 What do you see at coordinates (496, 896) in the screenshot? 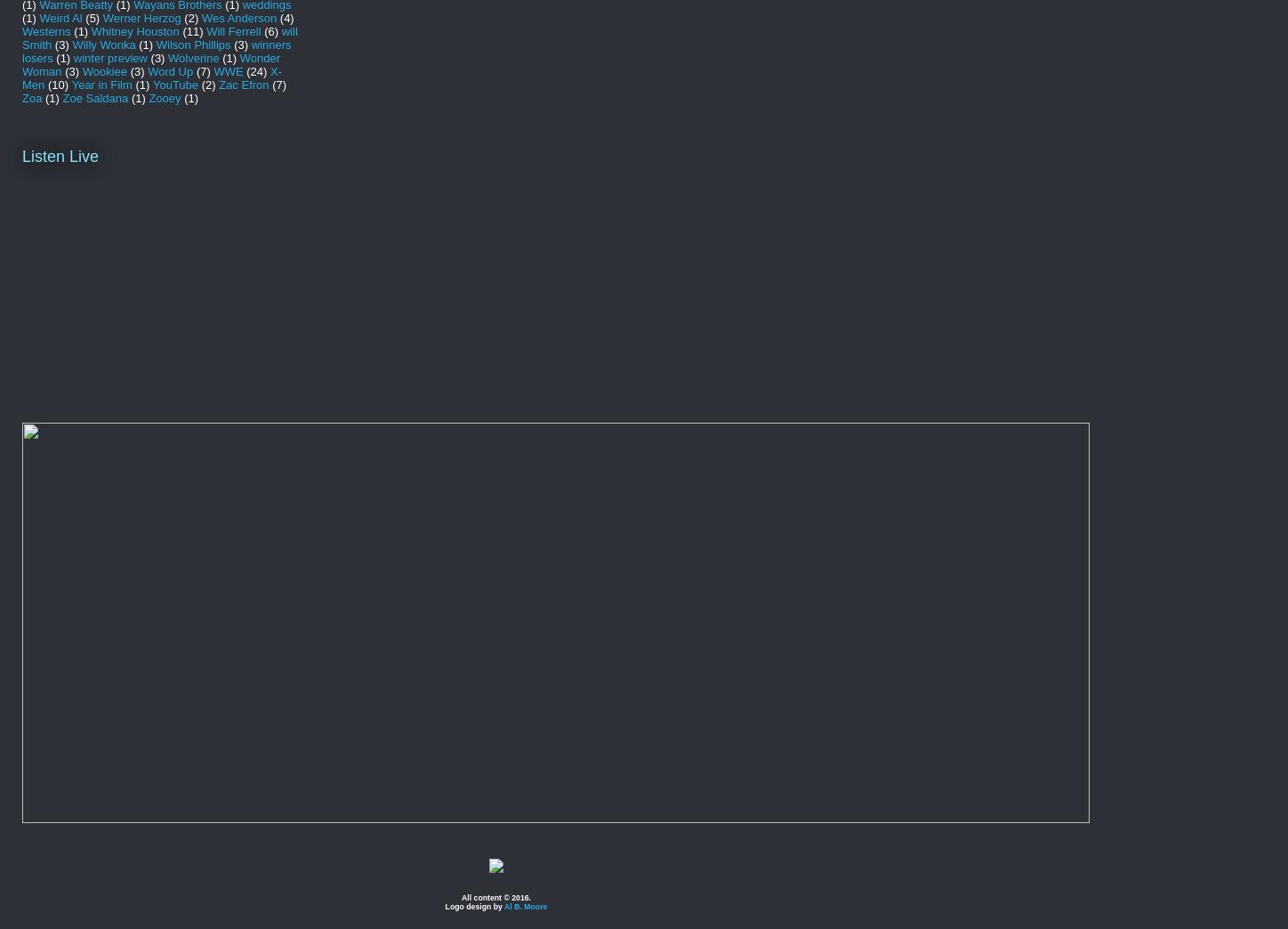
I see `'All content © 2016.'` at bounding box center [496, 896].